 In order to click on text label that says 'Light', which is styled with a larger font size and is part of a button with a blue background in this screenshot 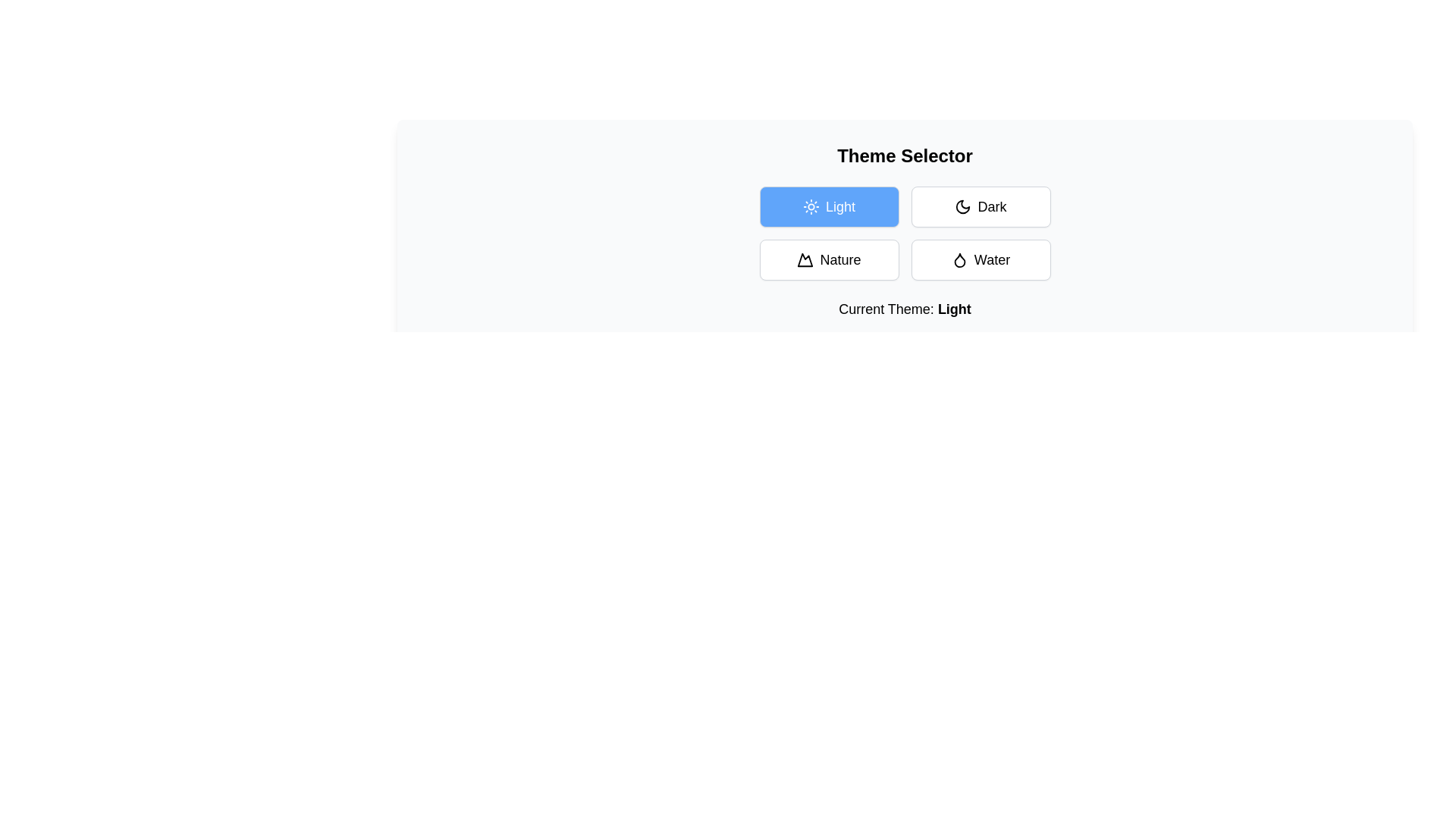, I will do `click(839, 207)`.